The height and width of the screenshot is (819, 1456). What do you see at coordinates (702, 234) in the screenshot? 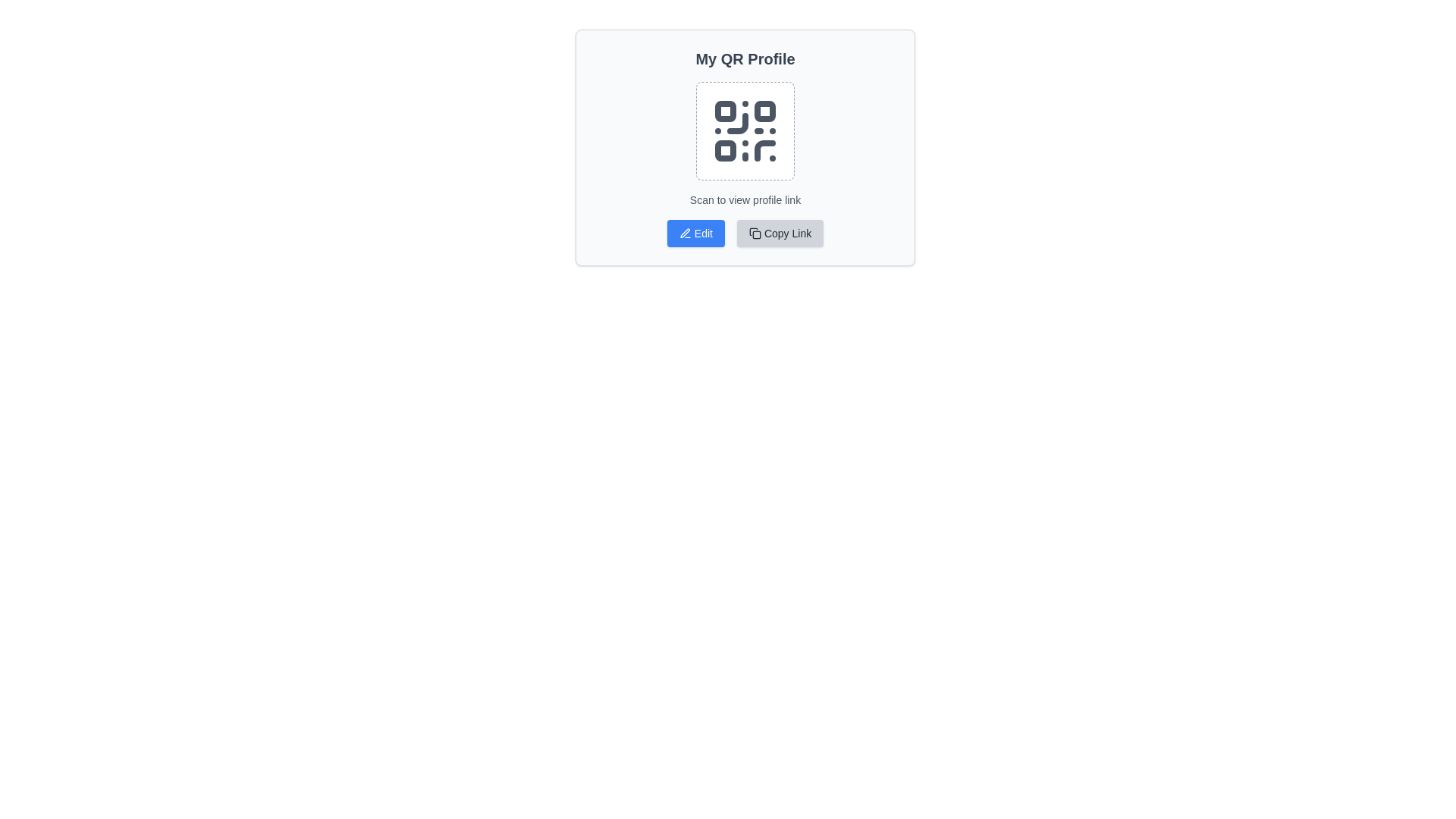
I see `text label 'Edit' which is styled in a small white font over a blue background and is located within a button-like UI component` at bounding box center [702, 234].